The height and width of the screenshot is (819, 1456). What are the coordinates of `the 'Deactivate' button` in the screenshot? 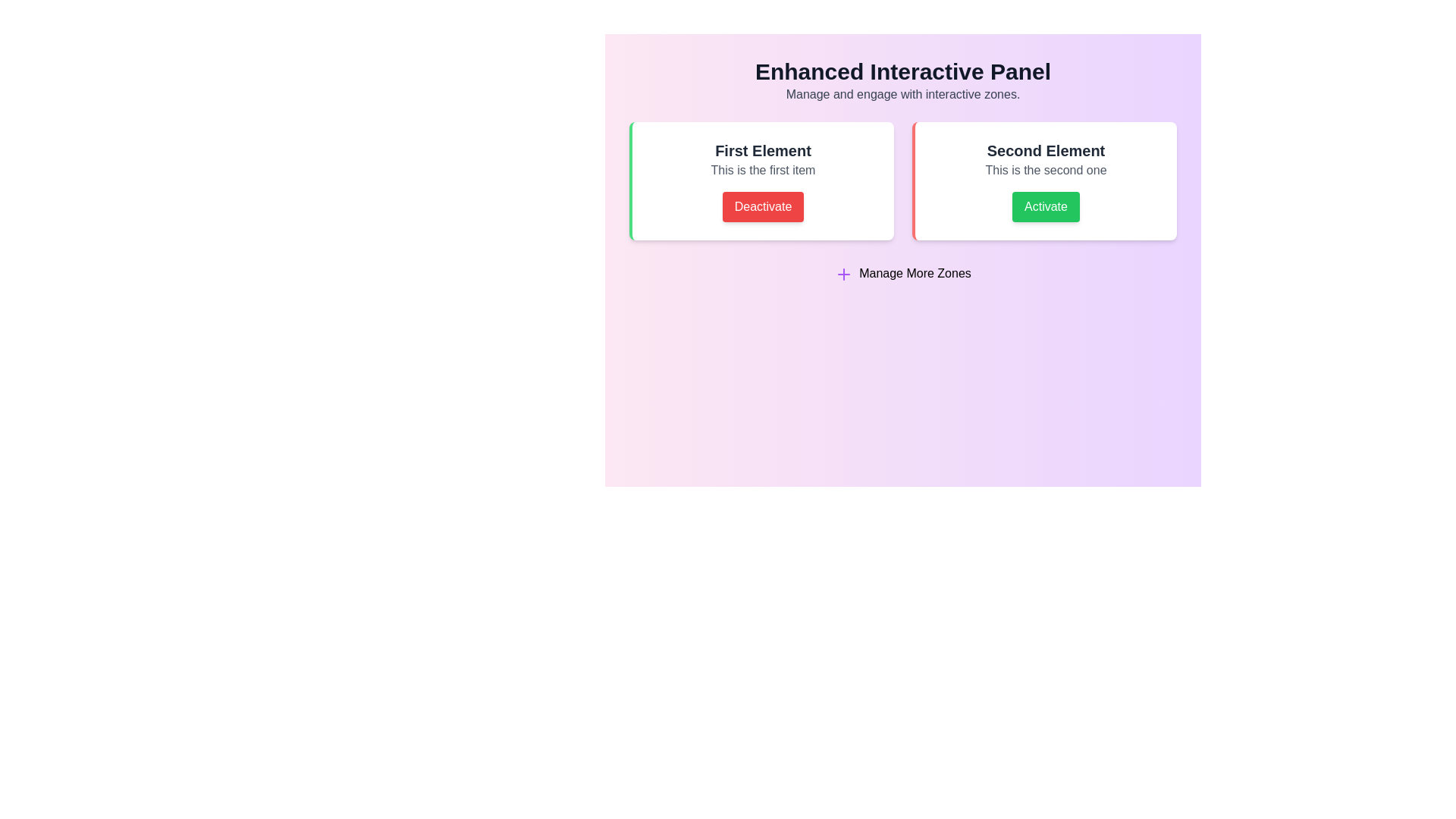 It's located at (763, 207).